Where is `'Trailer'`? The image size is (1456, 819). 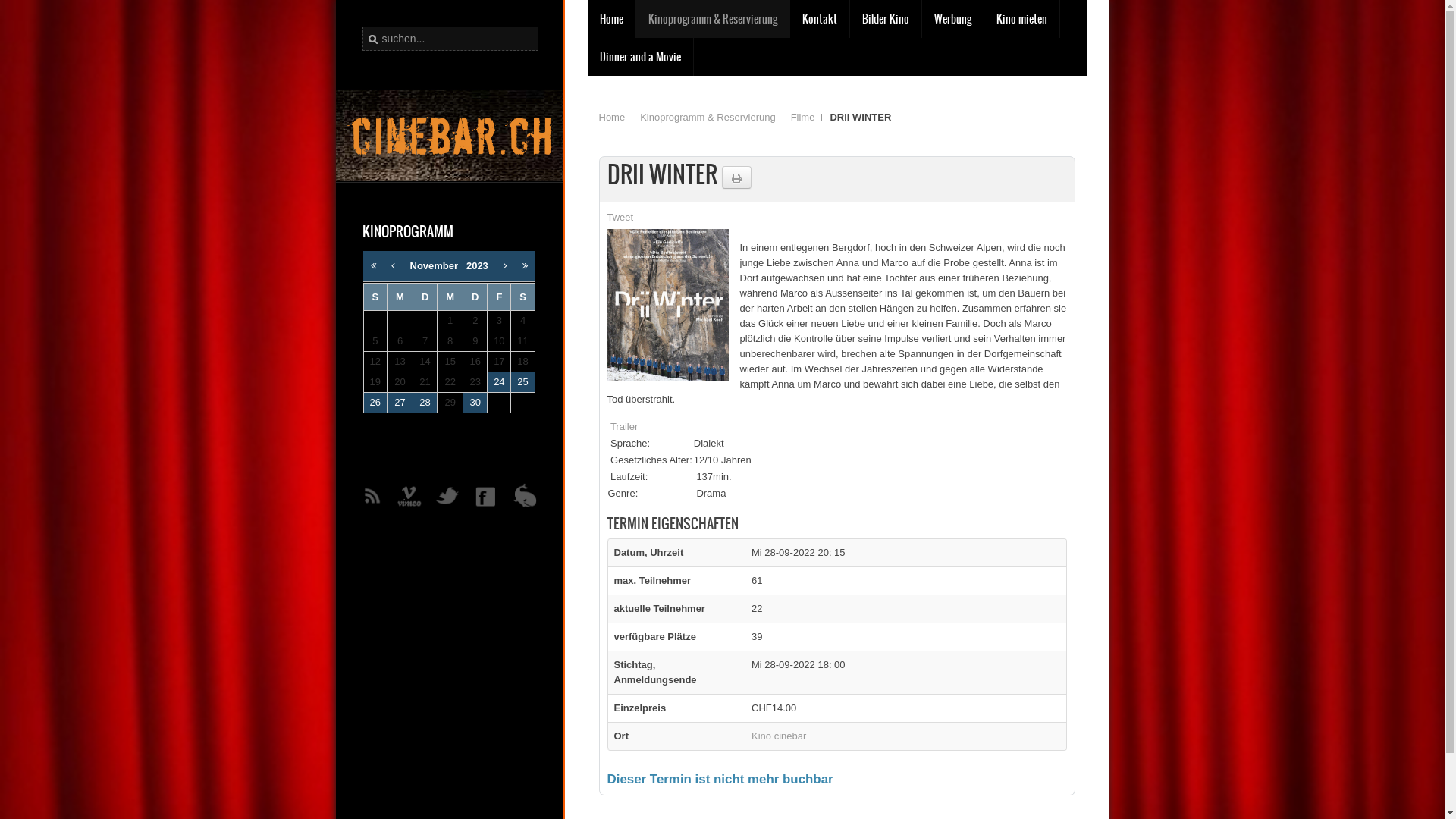
'Trailer' is located at coordinates (623, 425).